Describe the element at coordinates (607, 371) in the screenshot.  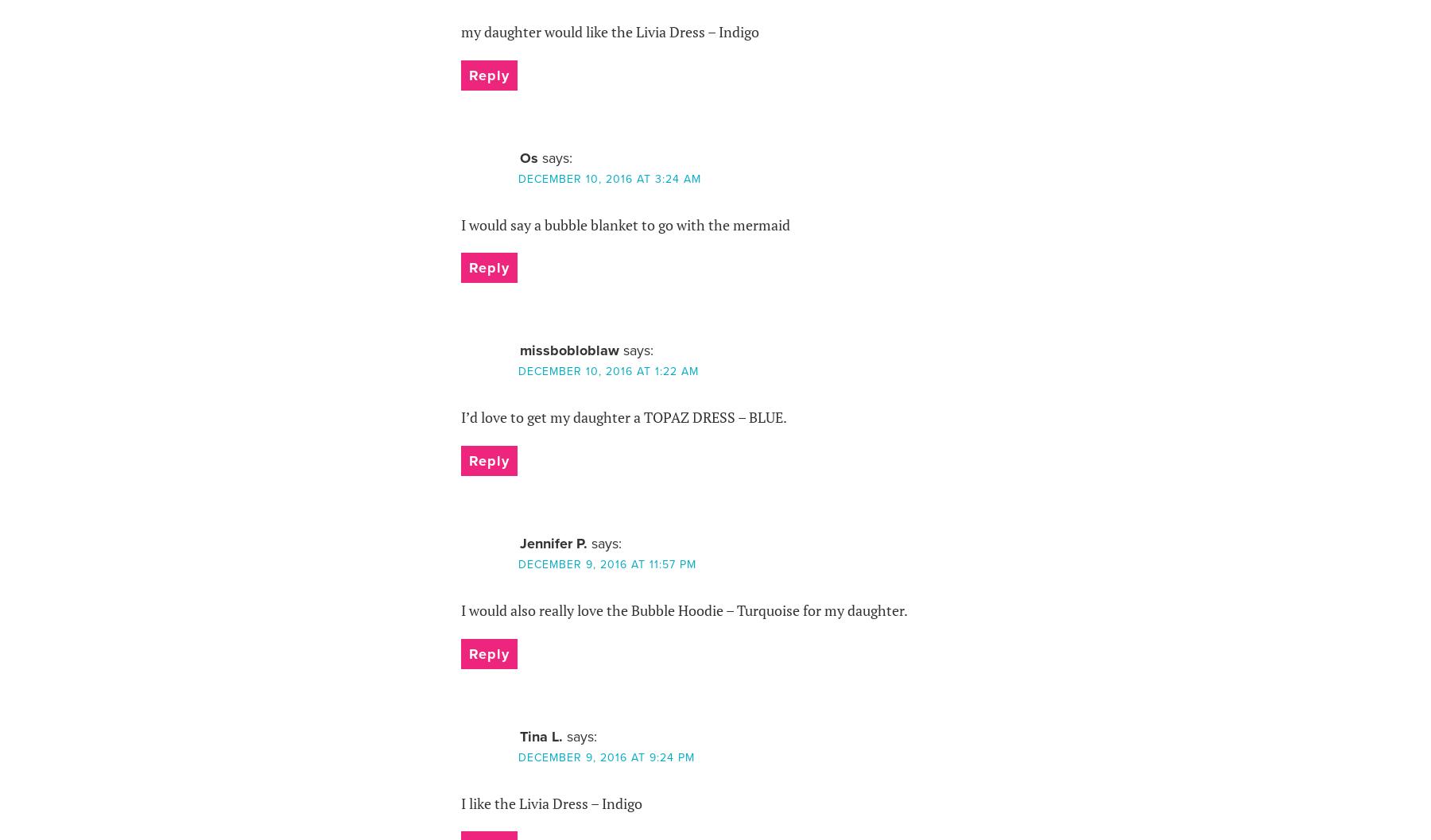
I see `'December 10, 2016 at 1:22 am'` at that location.